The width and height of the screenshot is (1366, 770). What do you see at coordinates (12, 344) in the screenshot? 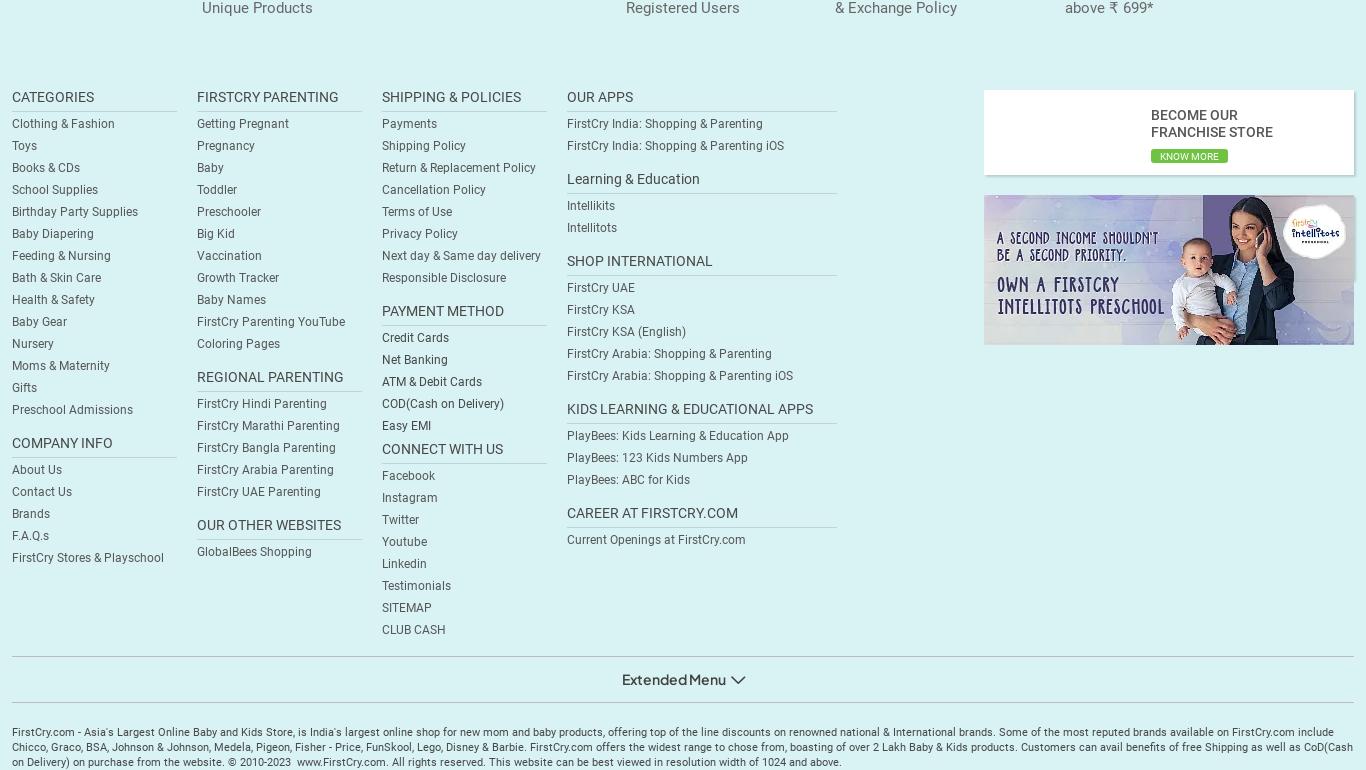
I see `'Nursery'` at bounding box center [12, 344].